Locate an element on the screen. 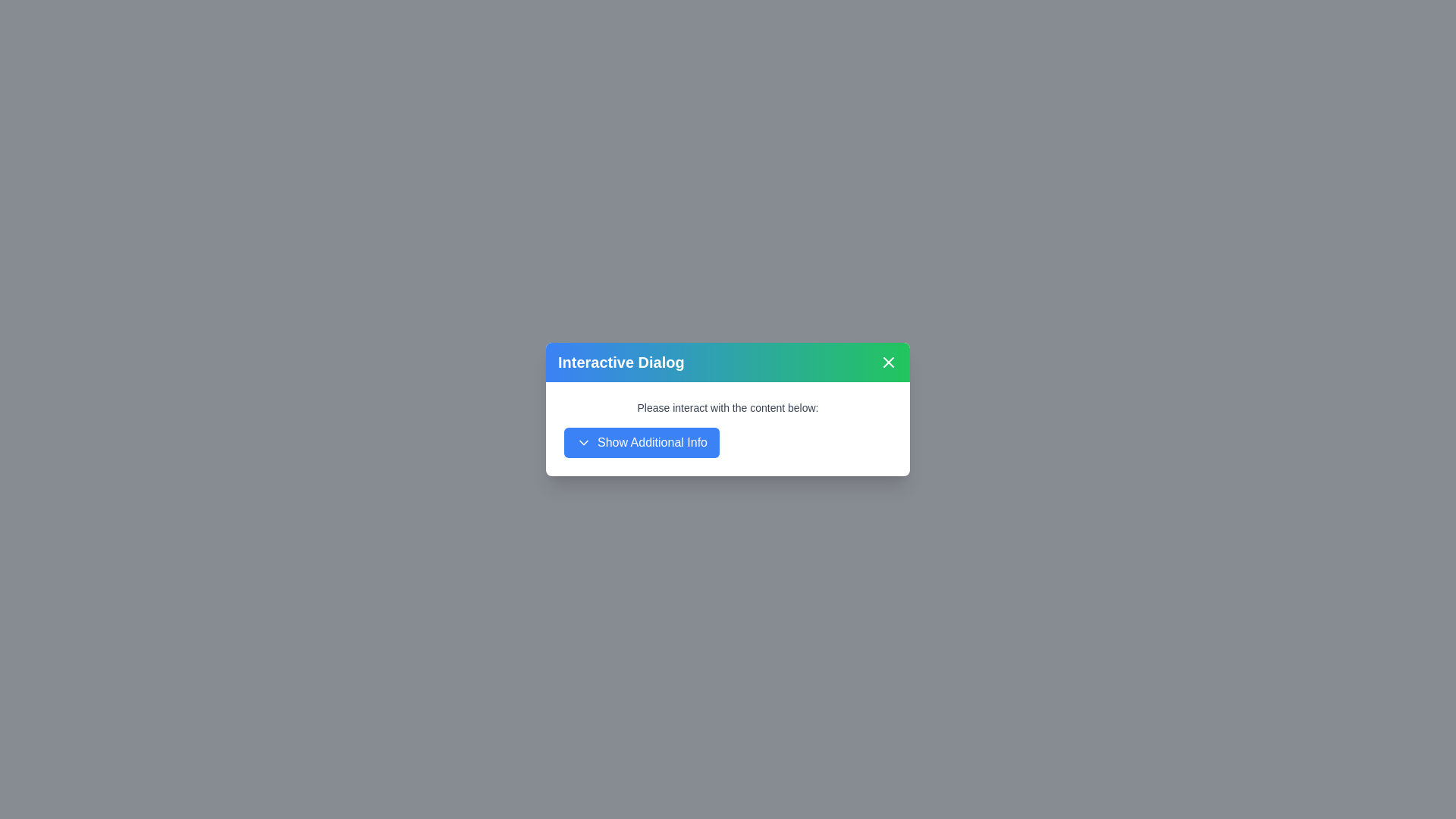 Image resolution: width=1456 pixels, height=819 pixels. the small downward-facing chevron arrow icon located on the right side of the 'Show Additional Info' button is located at coordinates (582, 442).